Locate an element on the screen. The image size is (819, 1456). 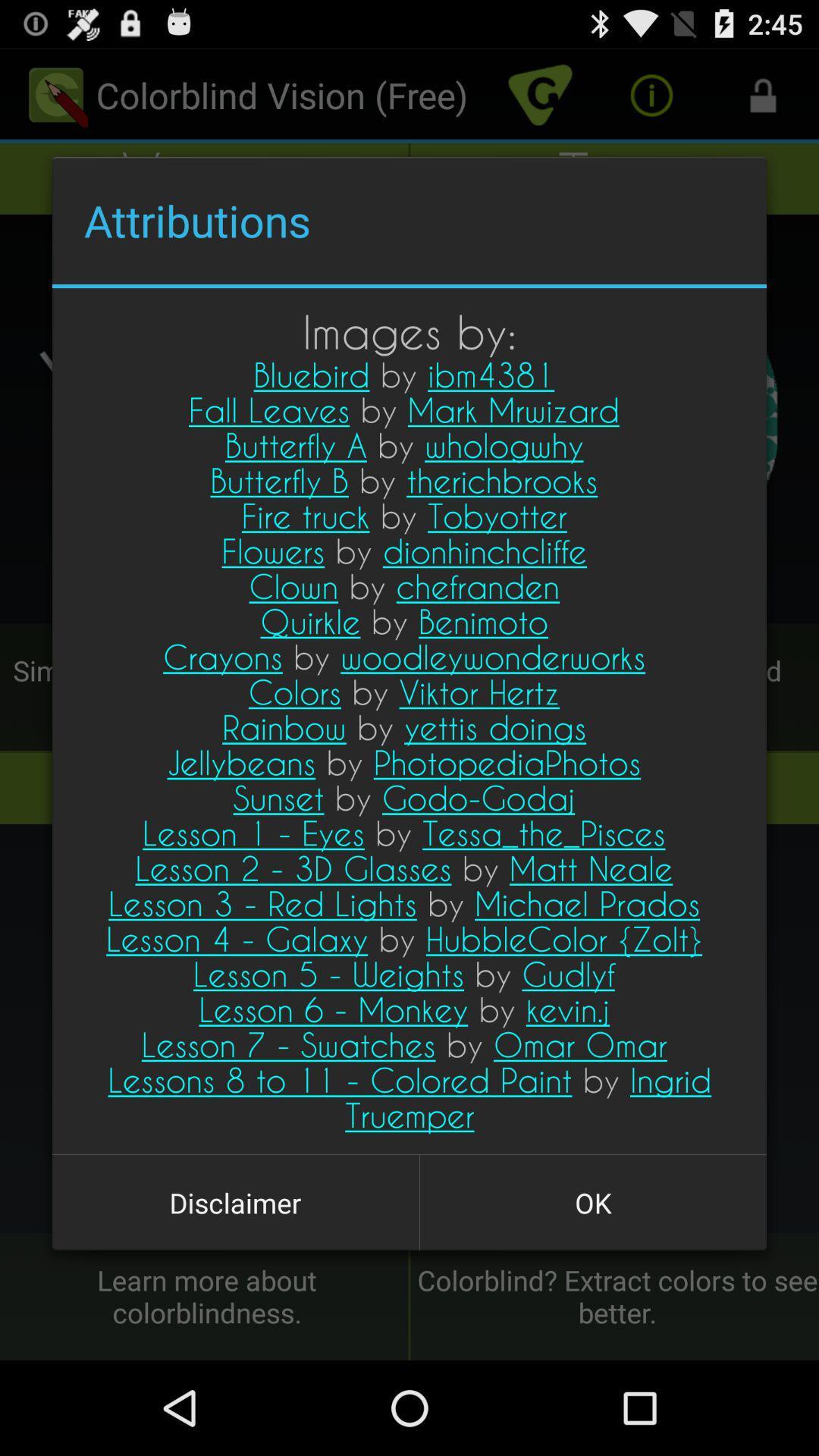
icon next to the ok item is located at coordinates (235, 1202).